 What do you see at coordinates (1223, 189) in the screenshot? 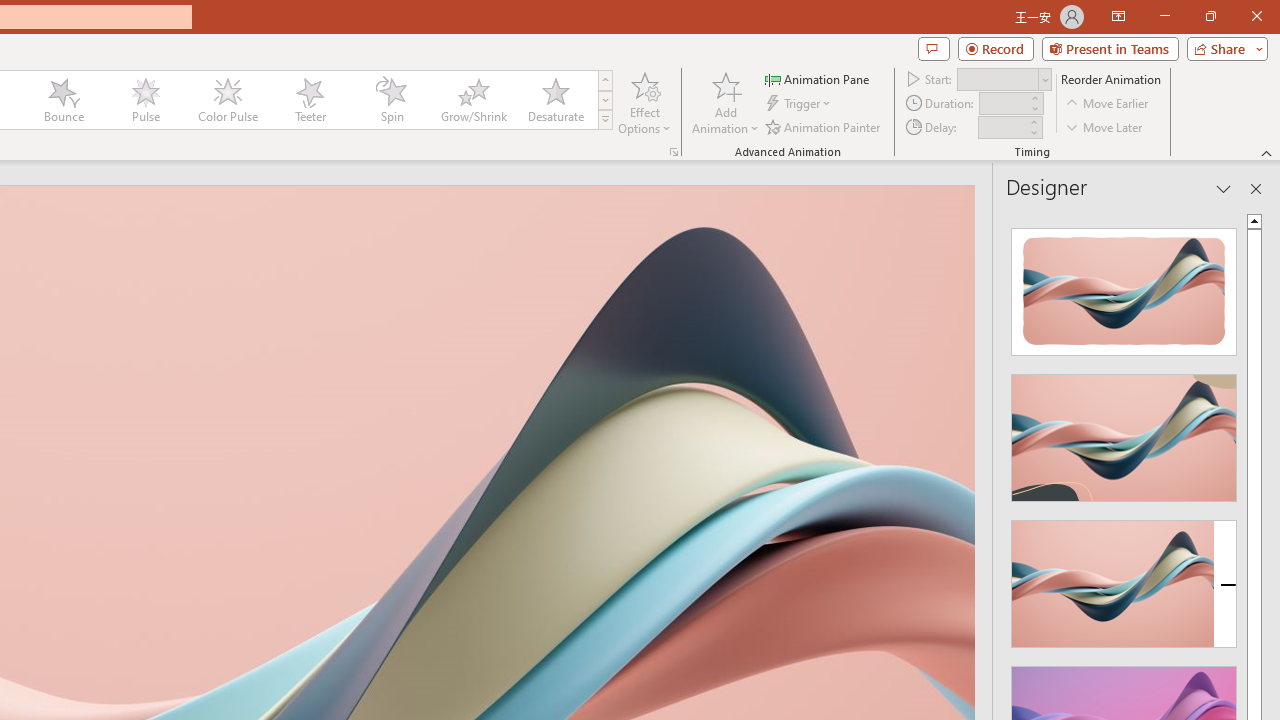
I see `'Task Pane Options'` at bounding box center [1223, 189].